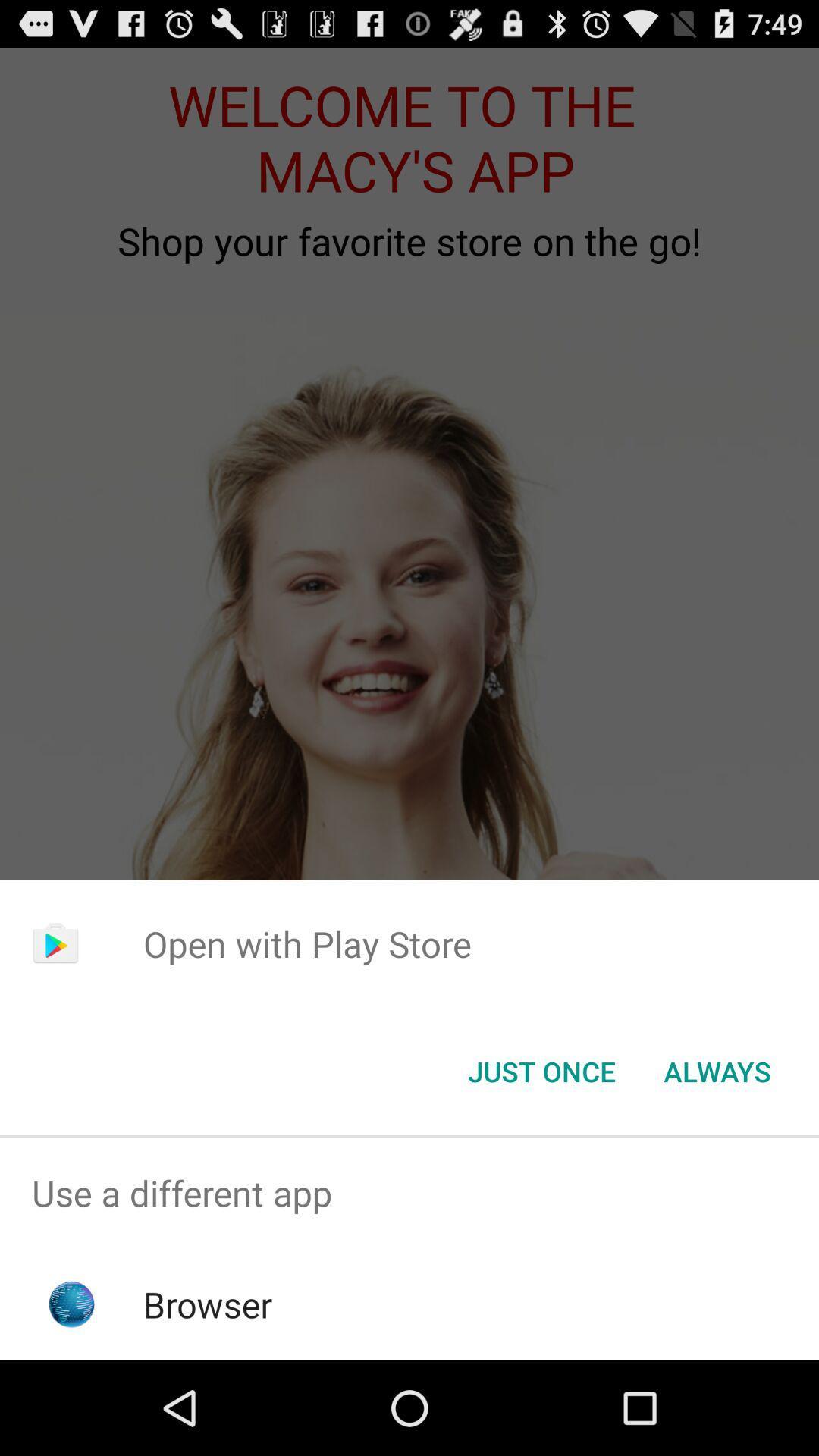 This screenshot has width=819, height=1456. Describe the element at coordinates (717, 1070) in the screenshot. I see `the always item` at that location.